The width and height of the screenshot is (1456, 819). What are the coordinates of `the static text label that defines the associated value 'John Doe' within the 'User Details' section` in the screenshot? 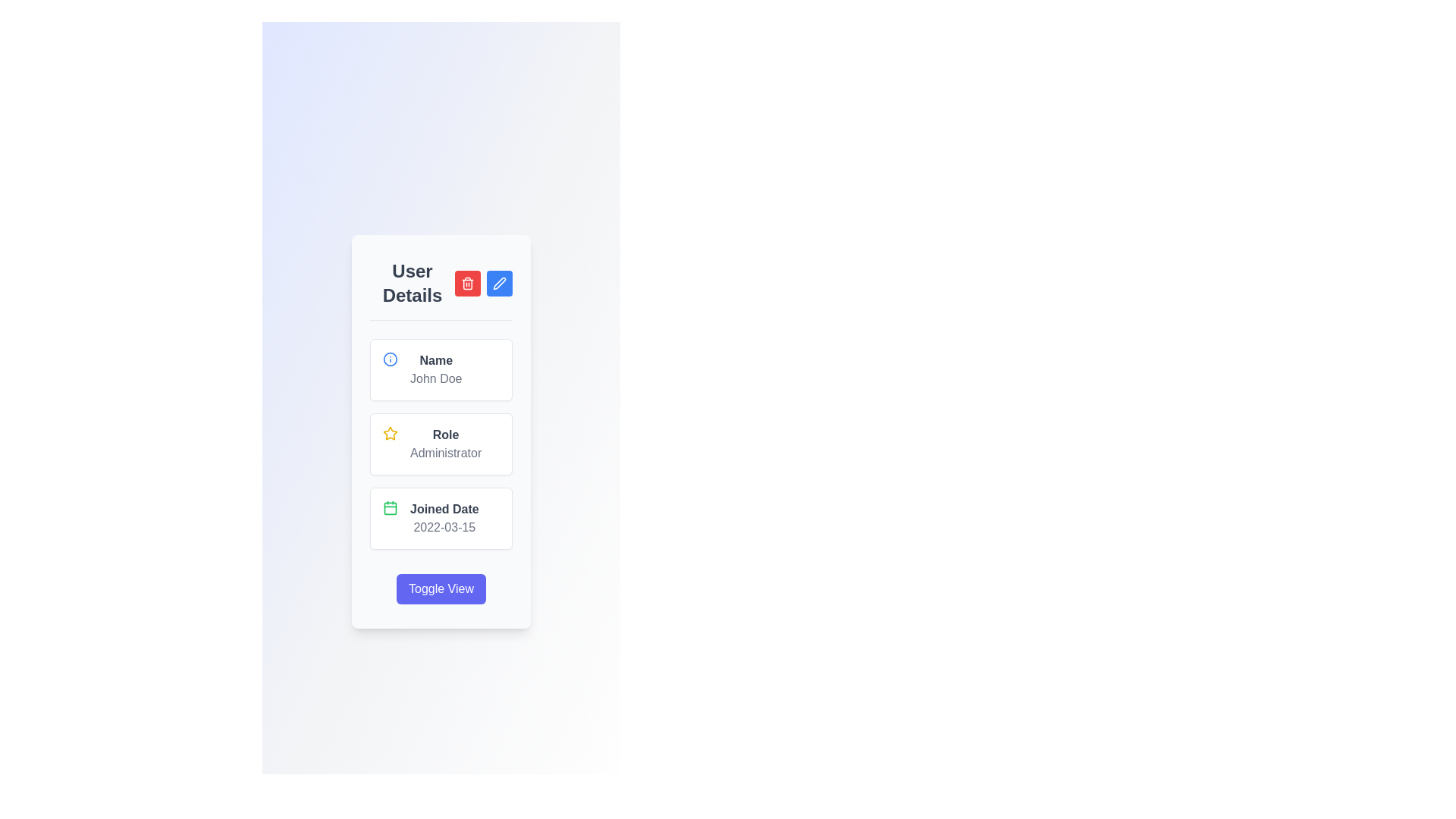 It's located at (435, 360).